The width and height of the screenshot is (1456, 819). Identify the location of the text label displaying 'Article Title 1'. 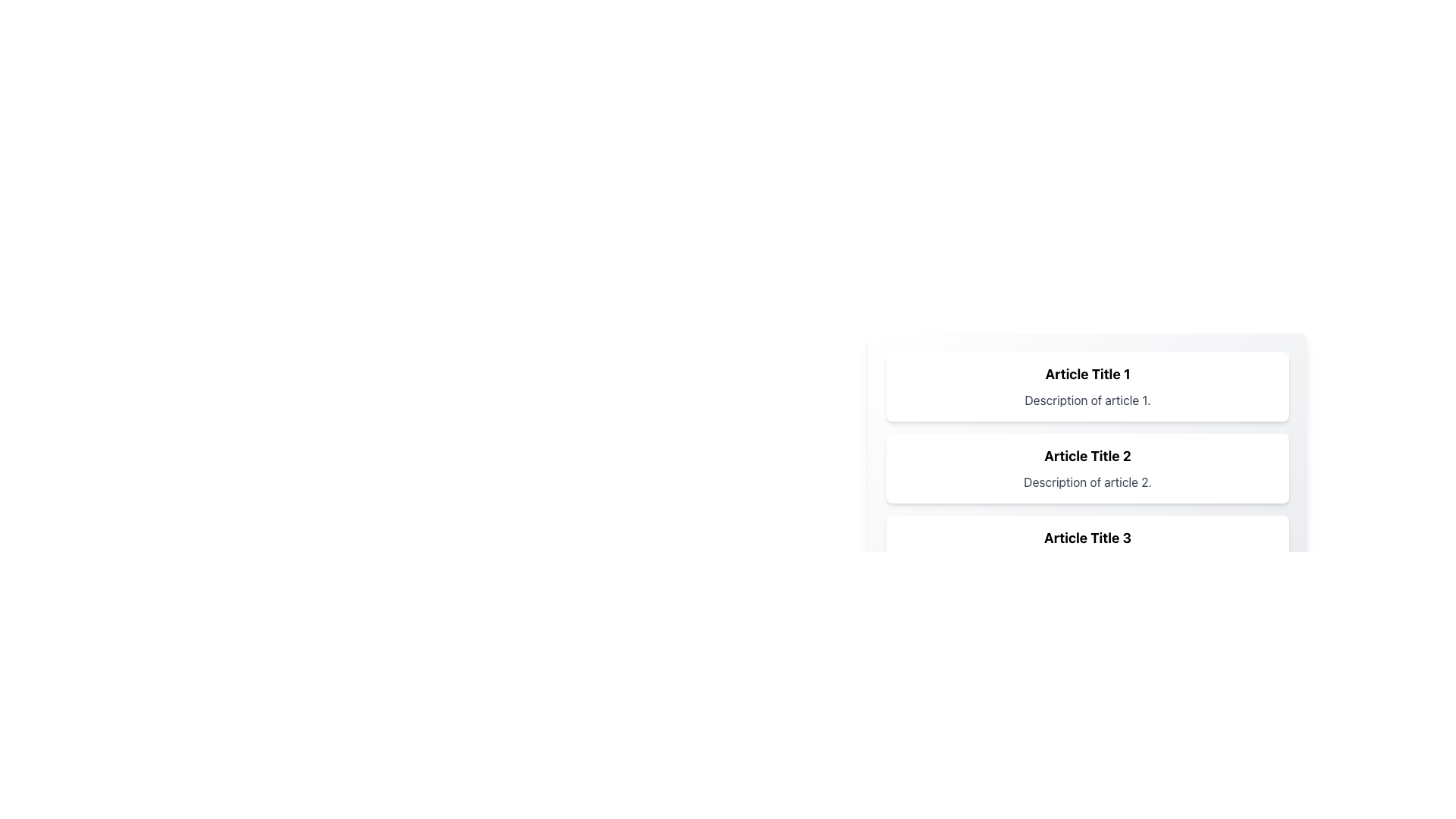
(1087, 374).